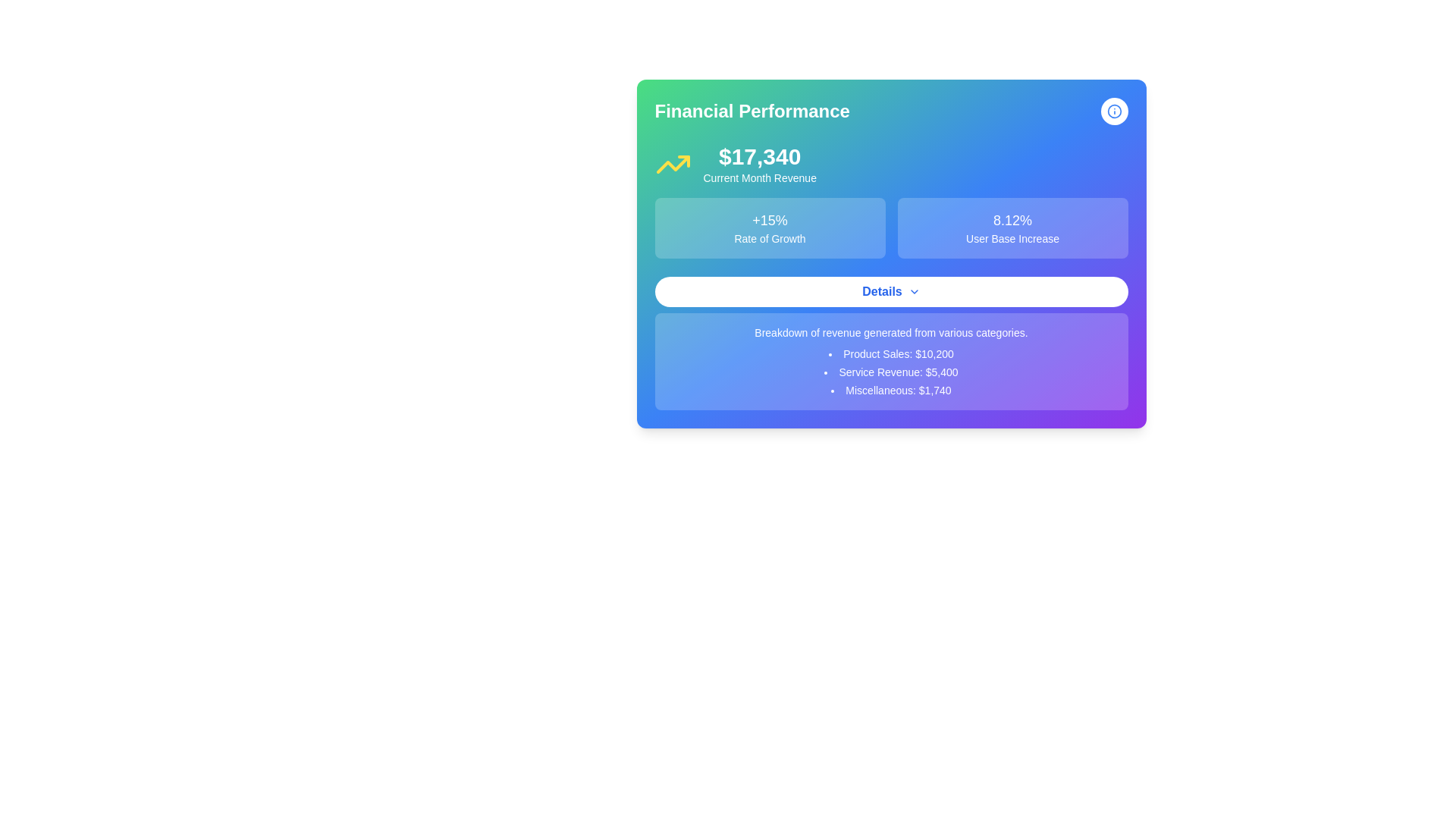 The image size is (1456, 819). I want to click on the button located in the middle section of the card, positioned below 'Current Month Revenue' and above 'Breakdown of revenue generated from various categories', for keyboard interaction, so click(891, 292).